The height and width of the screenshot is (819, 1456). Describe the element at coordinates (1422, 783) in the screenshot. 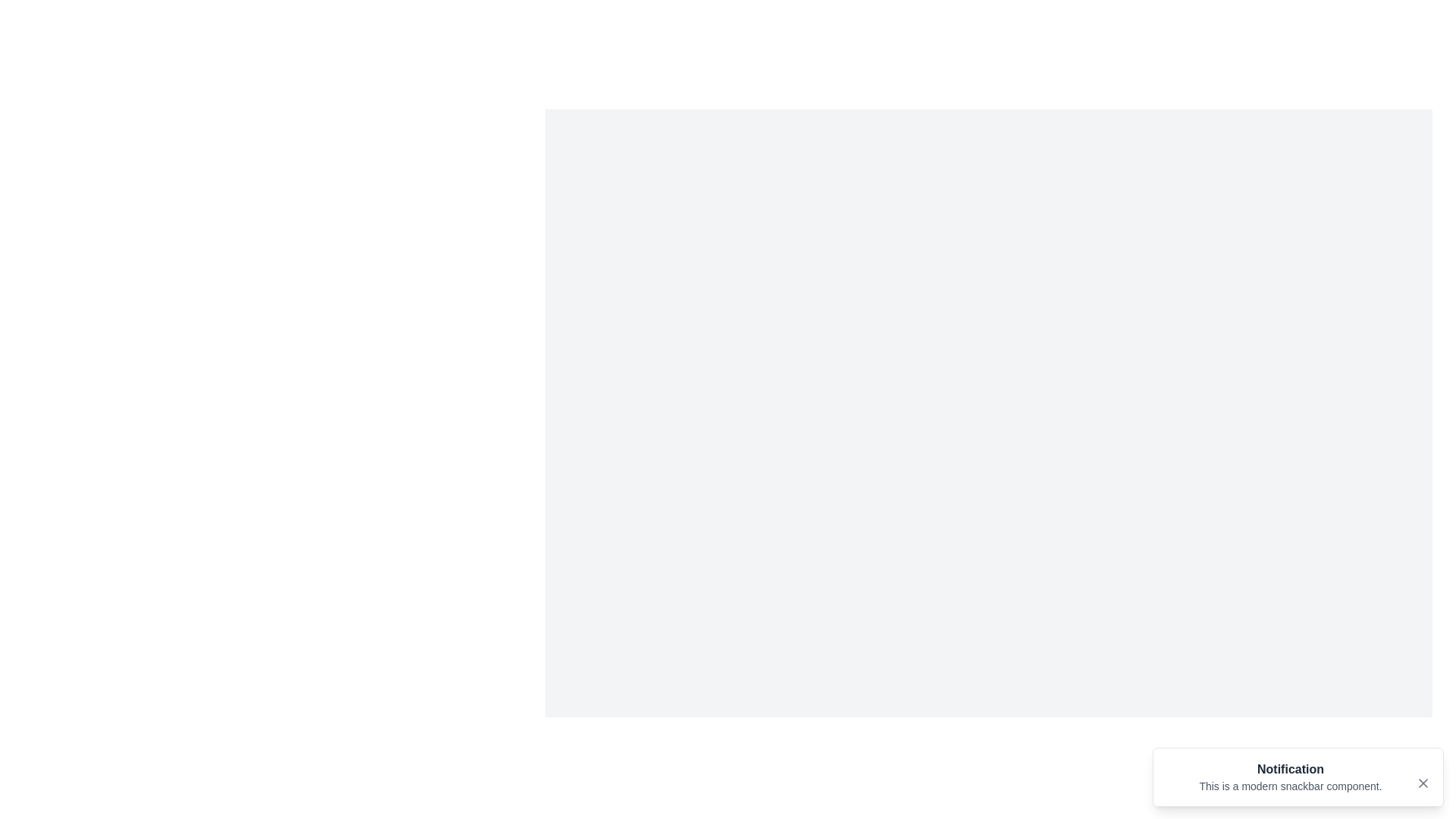

I see `the close button icon located in the bottom-right corner of the notification component` at that location.